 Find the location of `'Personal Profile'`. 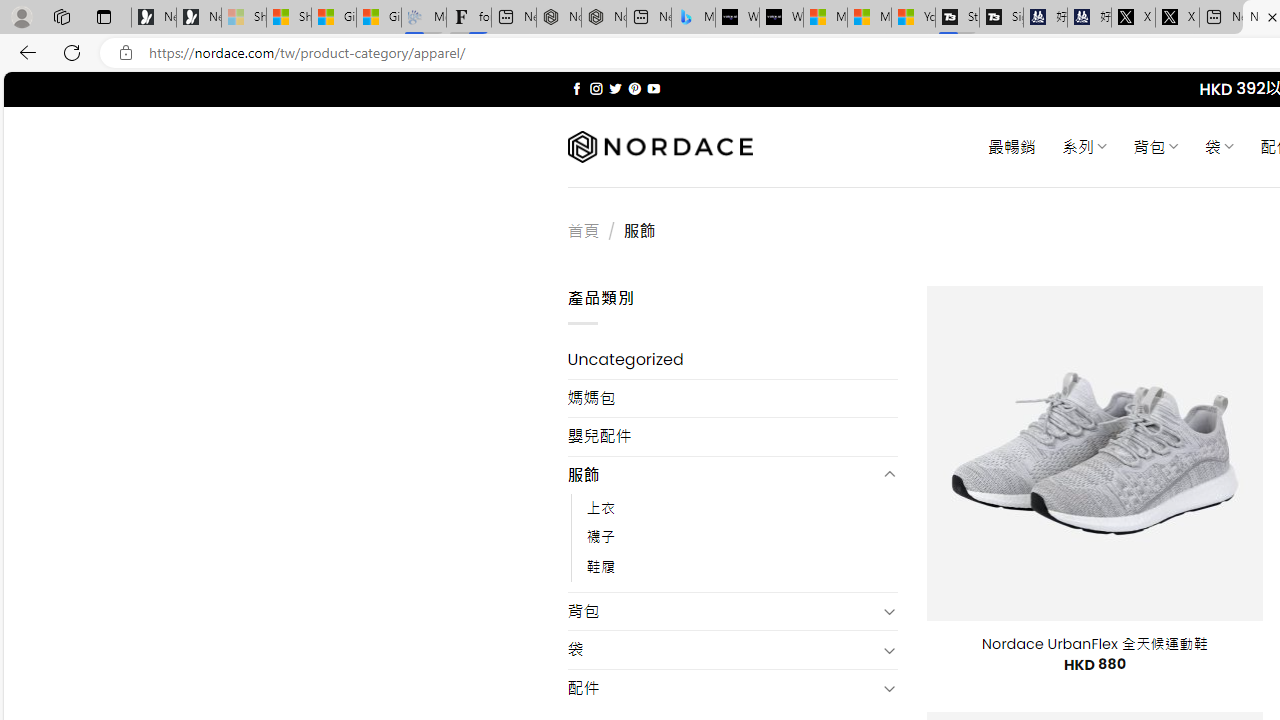

'Personal Profile' is located at coordinates (21, 16).